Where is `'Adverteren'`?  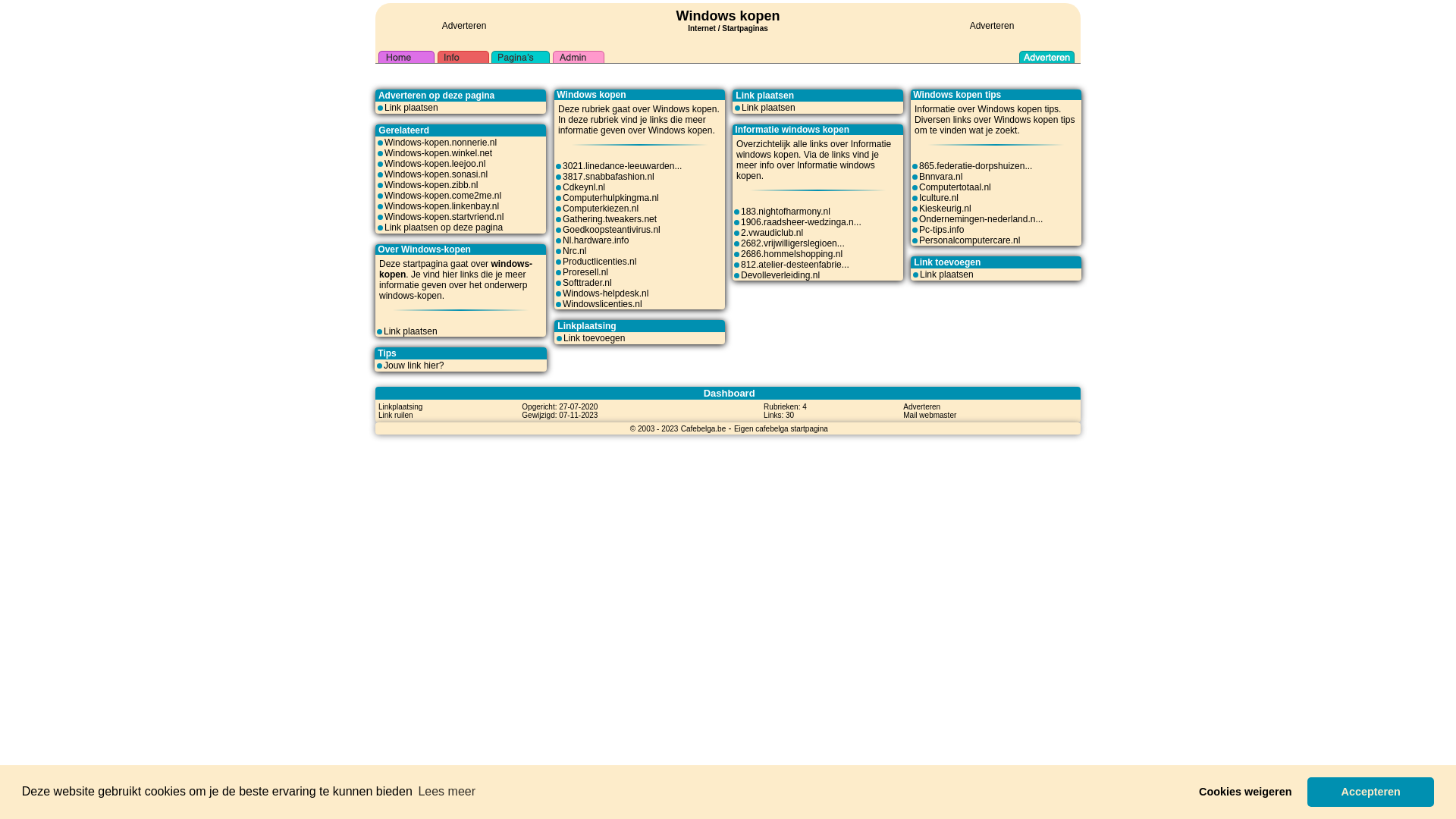 'Adverteren' is located at coordinates (463, 26).